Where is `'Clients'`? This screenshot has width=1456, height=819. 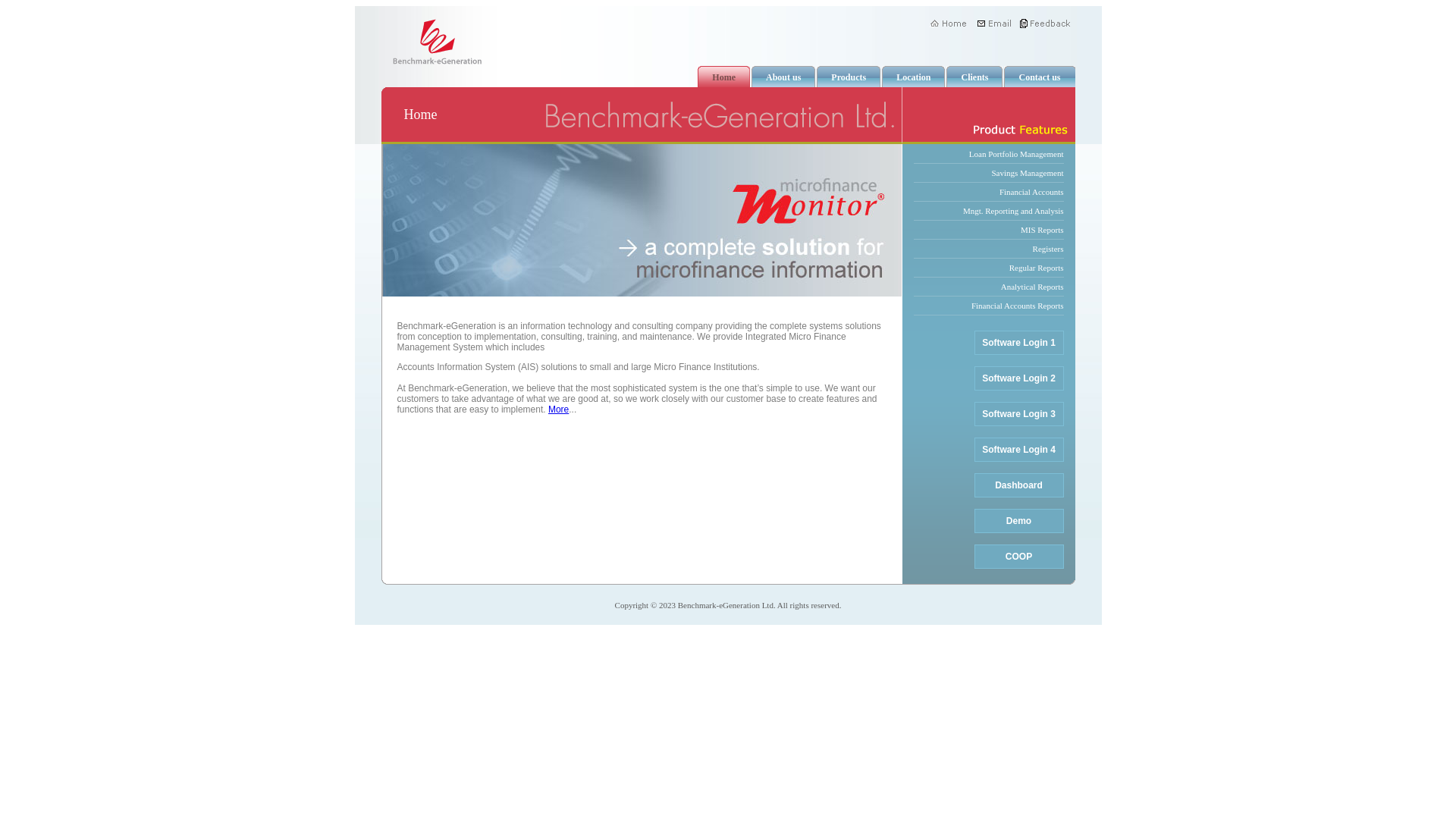
'Clients' is located at coordinates (977, 77).